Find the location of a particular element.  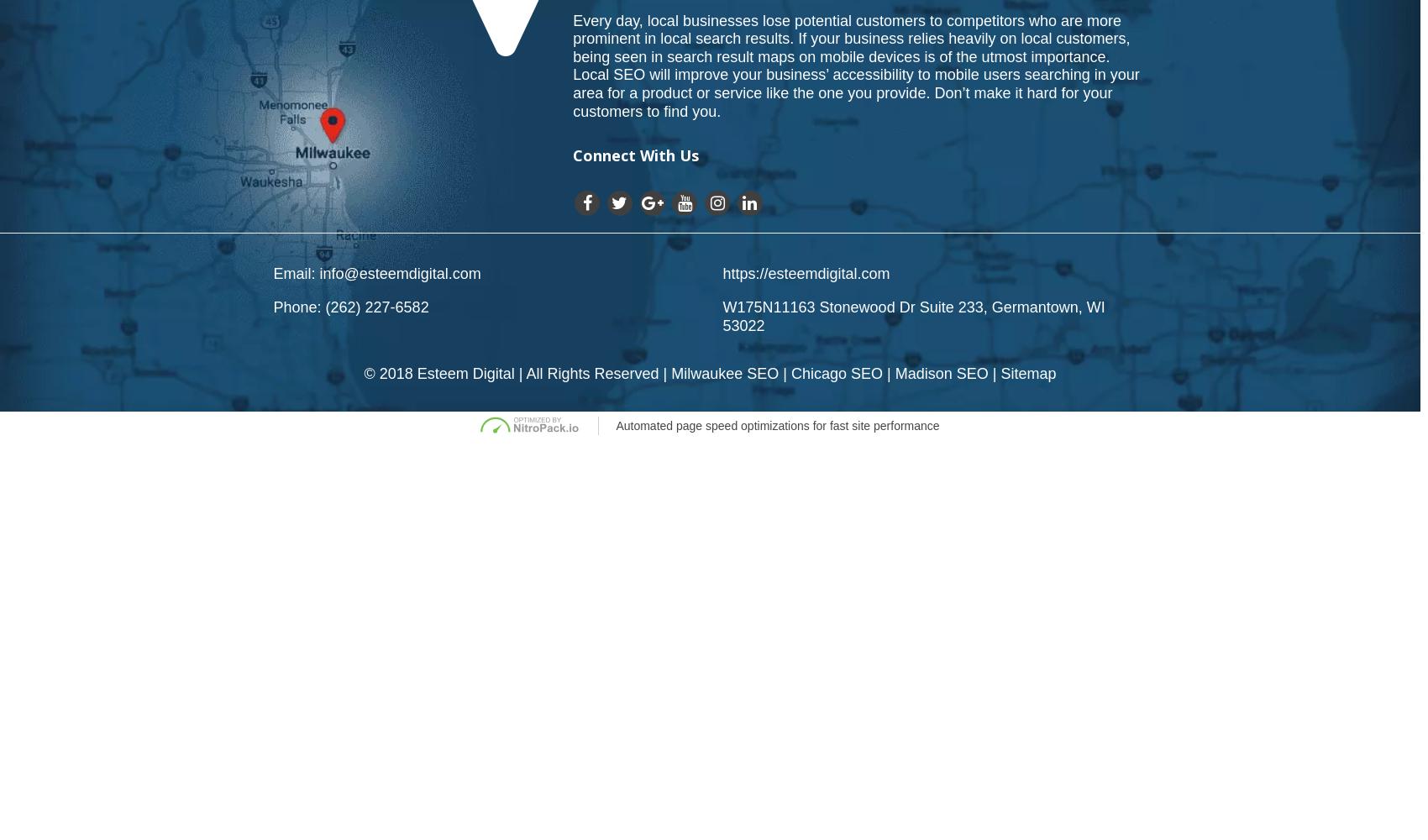

'© 2018 Esteem Digital | All Rights Reserved |' is located at coordinates (517, 373).